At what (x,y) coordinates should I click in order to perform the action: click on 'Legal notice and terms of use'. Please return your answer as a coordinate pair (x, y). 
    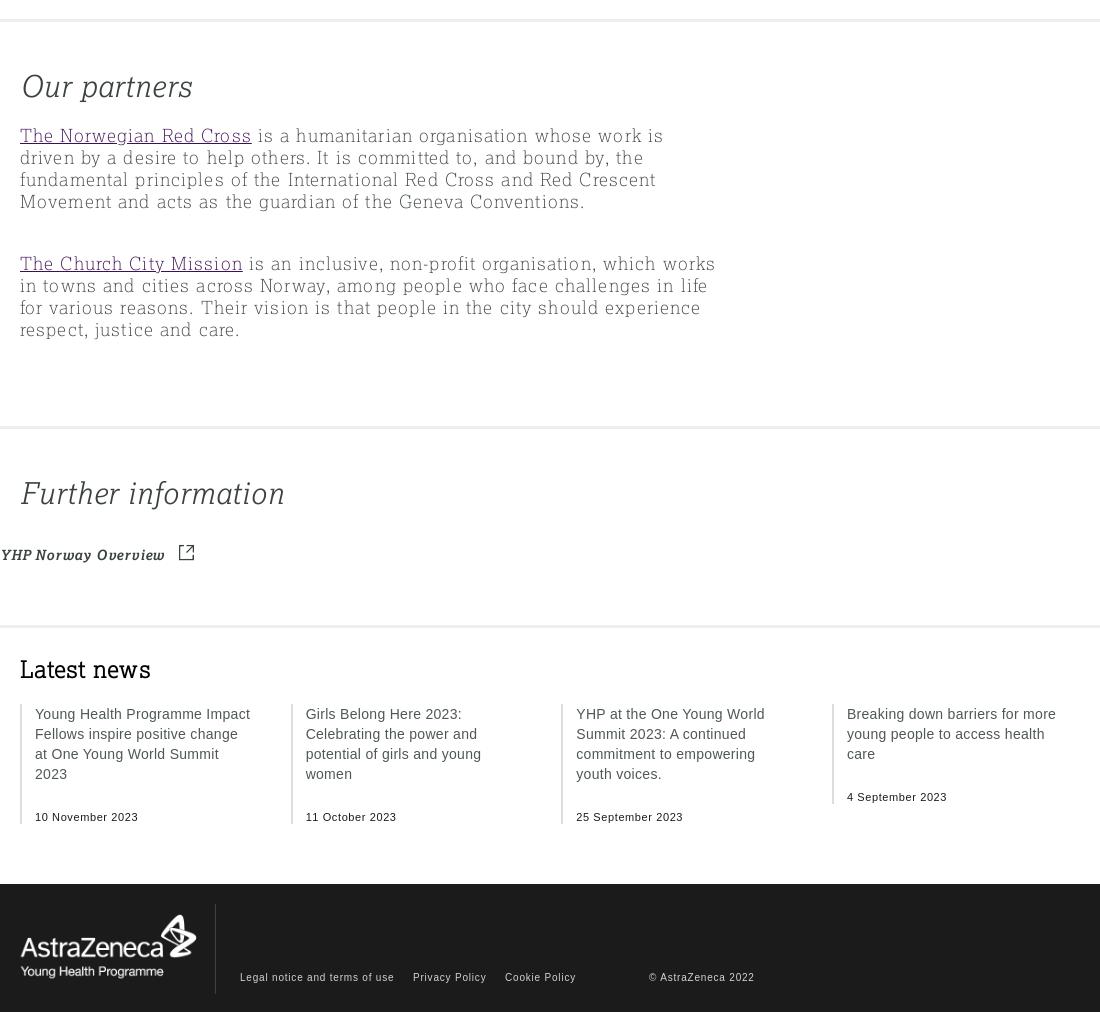
    Looking at the image, I should click on (240, 976).